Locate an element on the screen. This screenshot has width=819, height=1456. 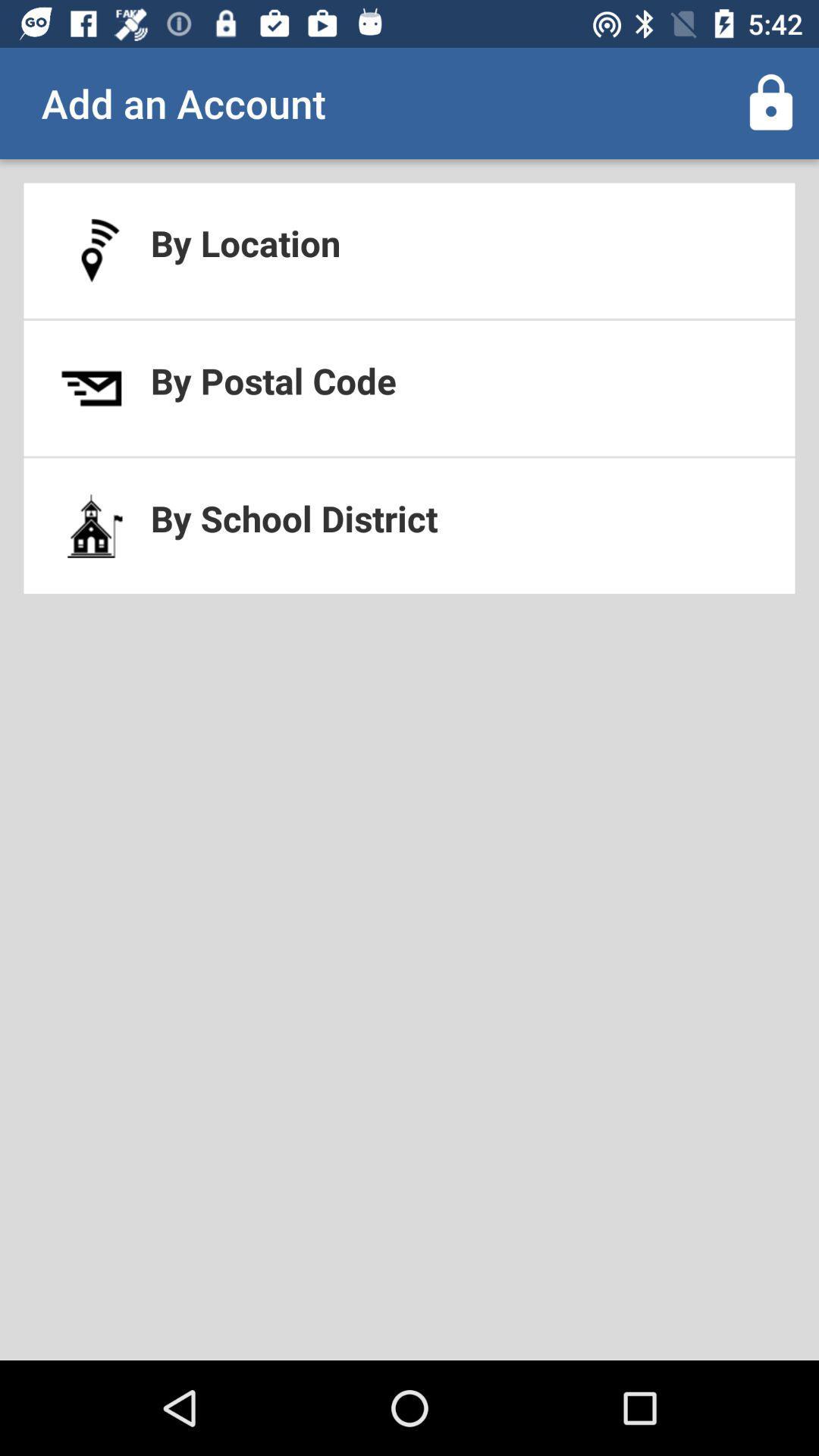
by school district at the center is located at coordinates (409, 526).